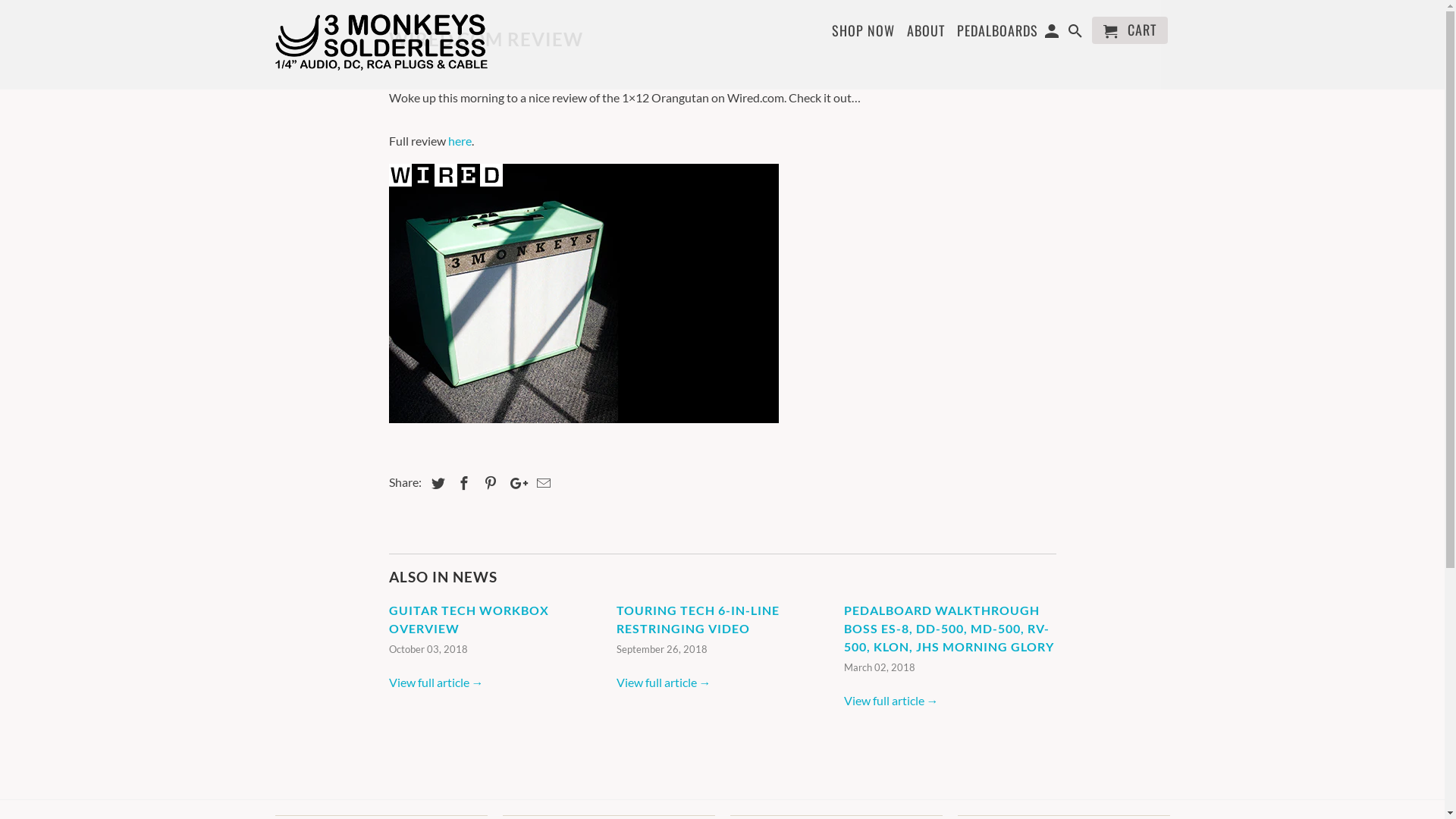 This screenshot has width=1456, height=819. I want to click on 'Share this on Facebook', so click(461, 482).